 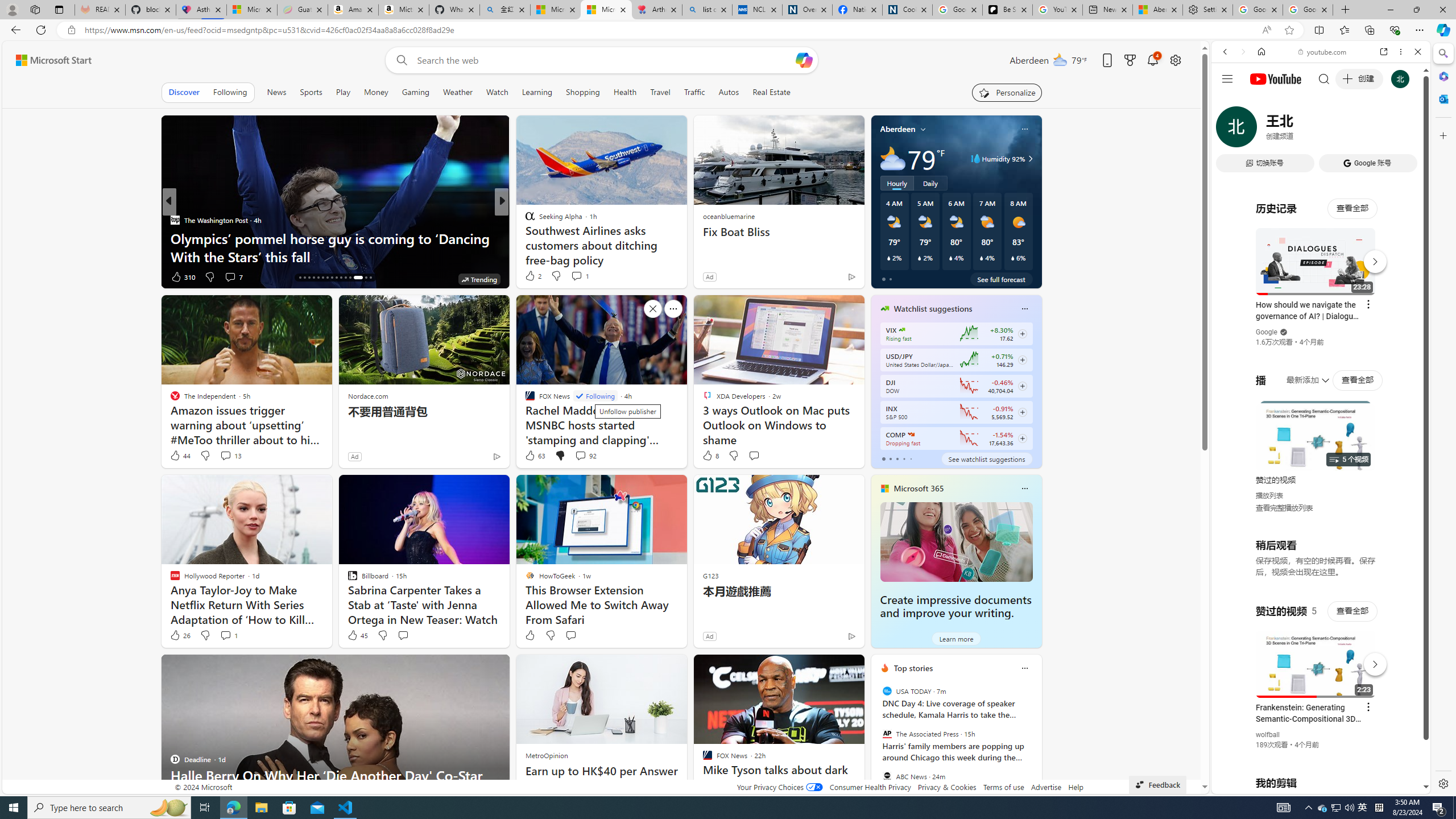 What do you see at coordinates (1233, 655) in the screenshot?
I see `'Global web icon'` at bounding box center [1233, 655].